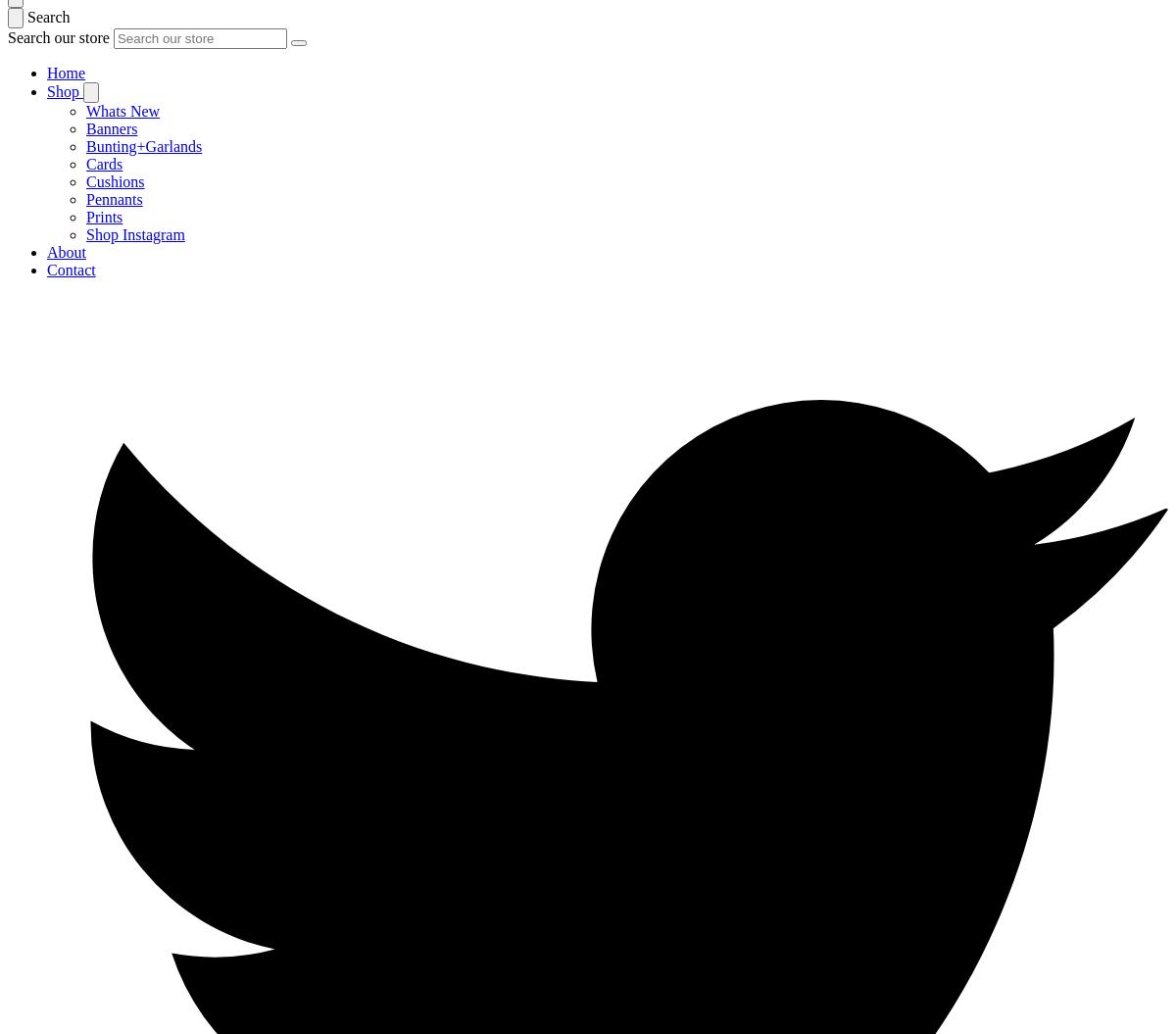 This screenshot has width=1176, height=1034. What do you see at coordinates (85, 110) in the screenshot?
I see `'Whats New'` at bounding box center [85, 110].